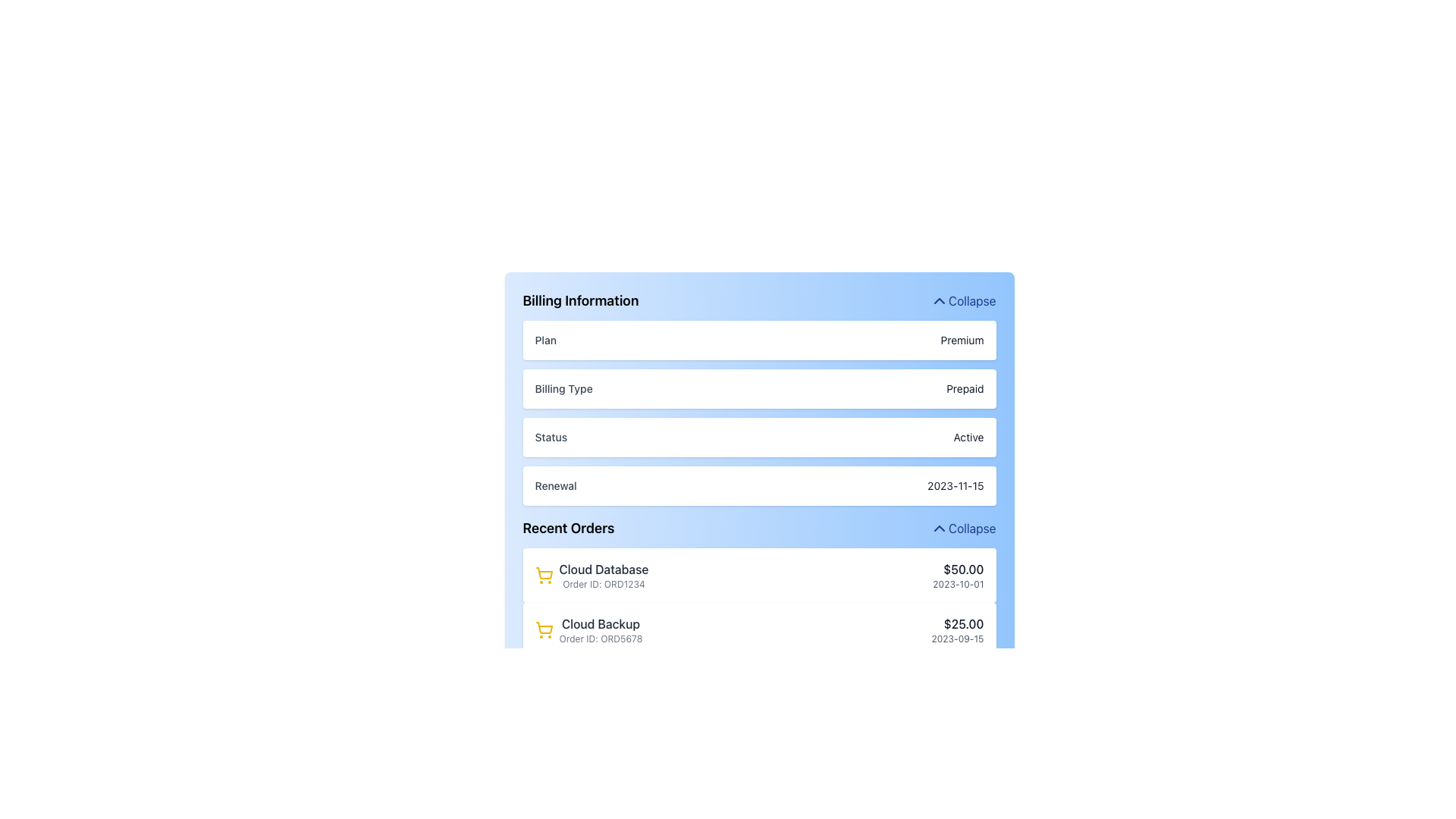 Image resolution: width=1456 pixels, height=819 pixels. What do you see at coordinates (961, 339) in the screenshot?
I see `the text label displaying the word 'Premium' in black font with a gray background, located in the Billing Information section and aligned to the right of the 'Plan' label` at bounding box center [961, 339].